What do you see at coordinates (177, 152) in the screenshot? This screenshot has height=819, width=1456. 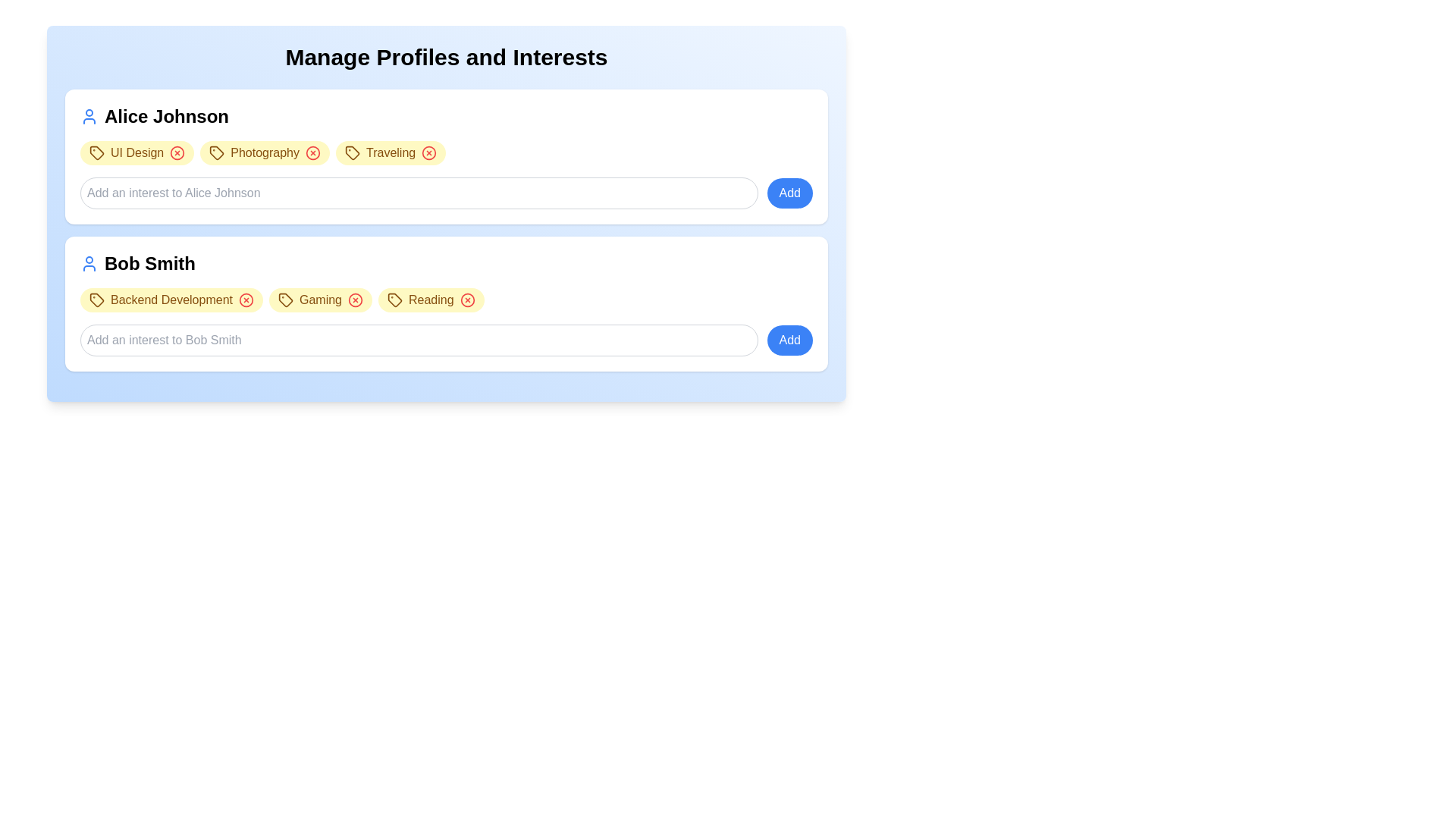 I see `the button to the right of the 'UI Design' interest tag` at bounding box center [177, 152].